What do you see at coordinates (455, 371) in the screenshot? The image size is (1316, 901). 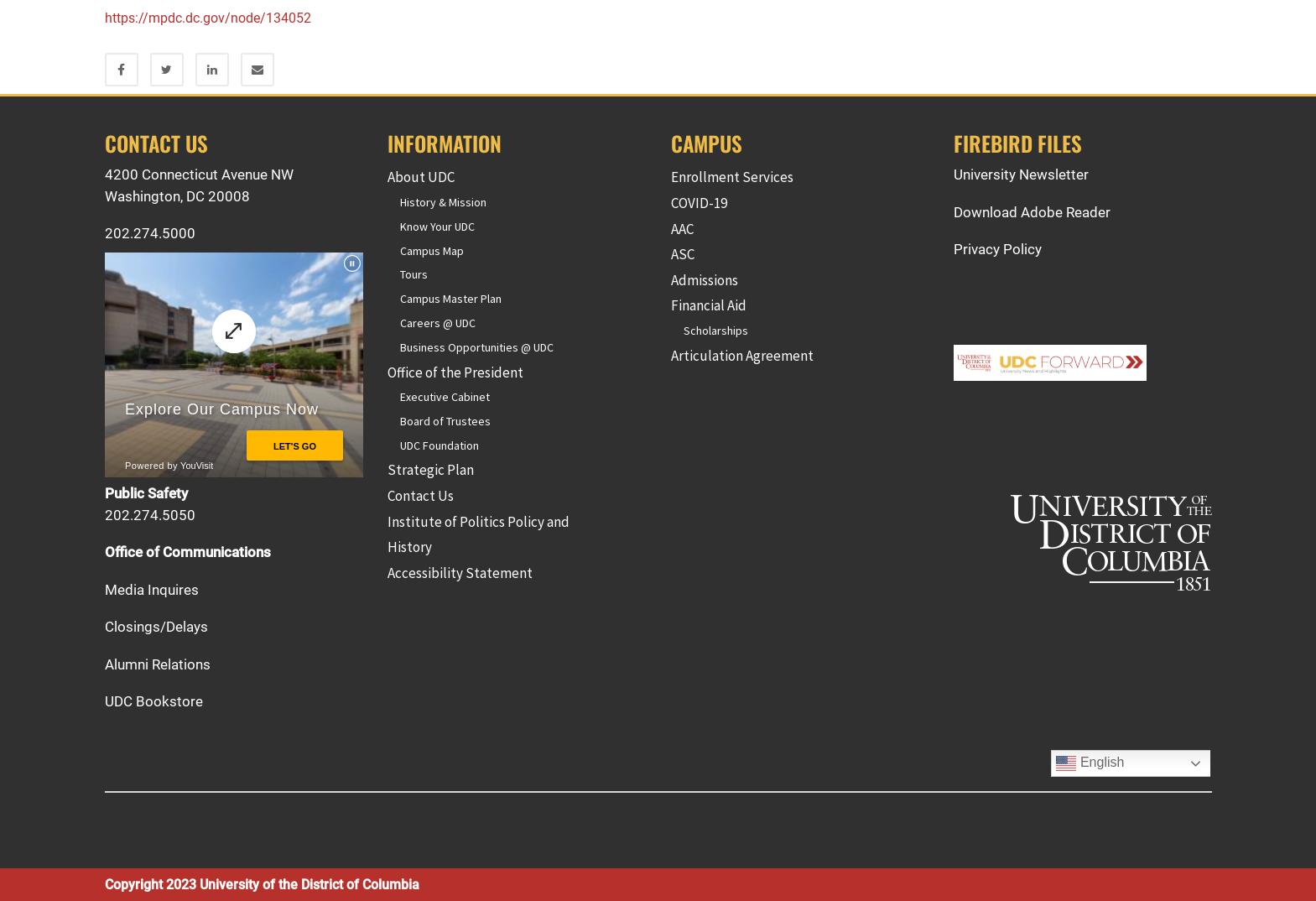 I see `'Office of the President'` at bounding box center [455, 371].